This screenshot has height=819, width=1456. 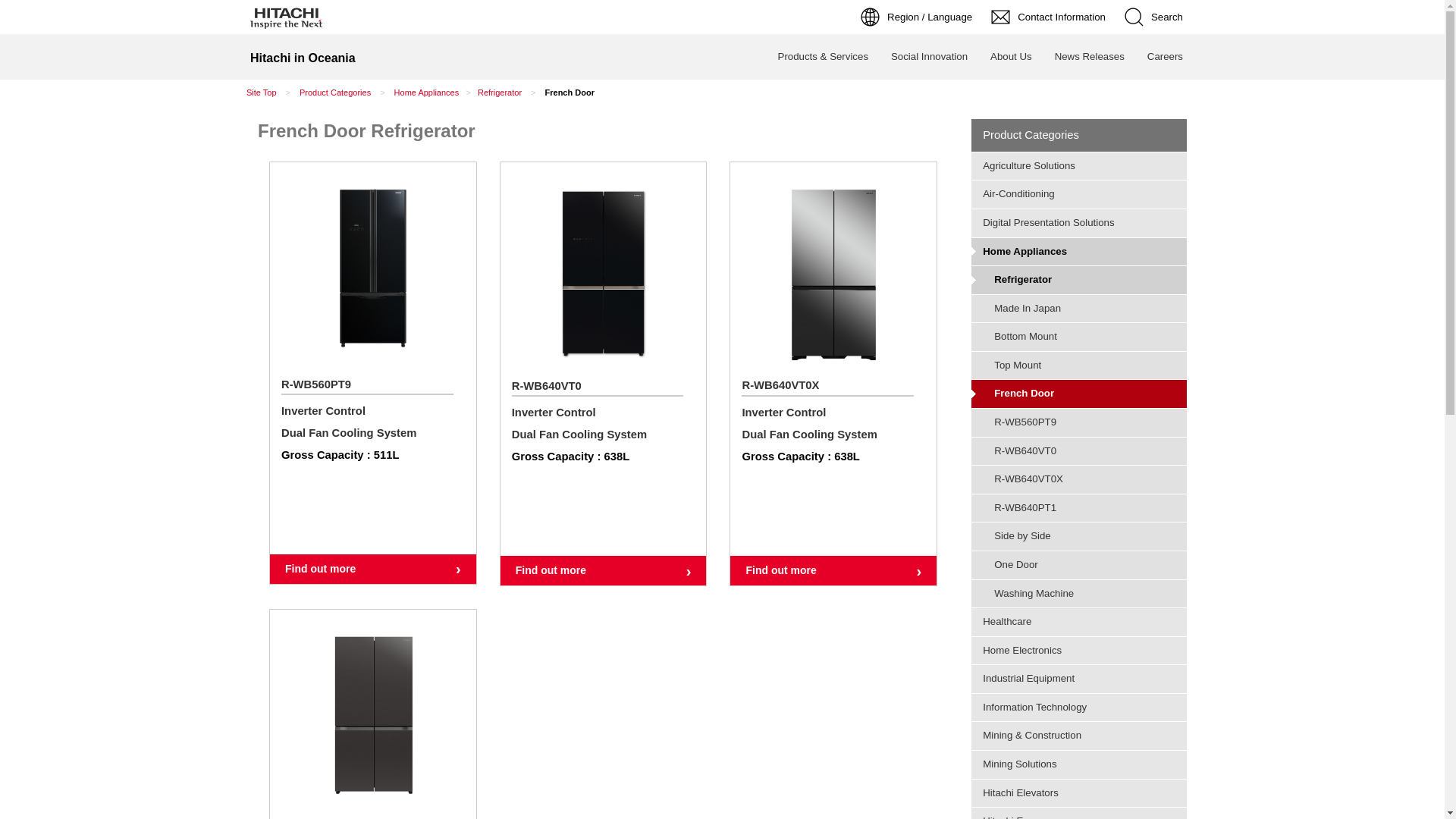 I want to click on 'Healthcare', so click(x=971, y=622).